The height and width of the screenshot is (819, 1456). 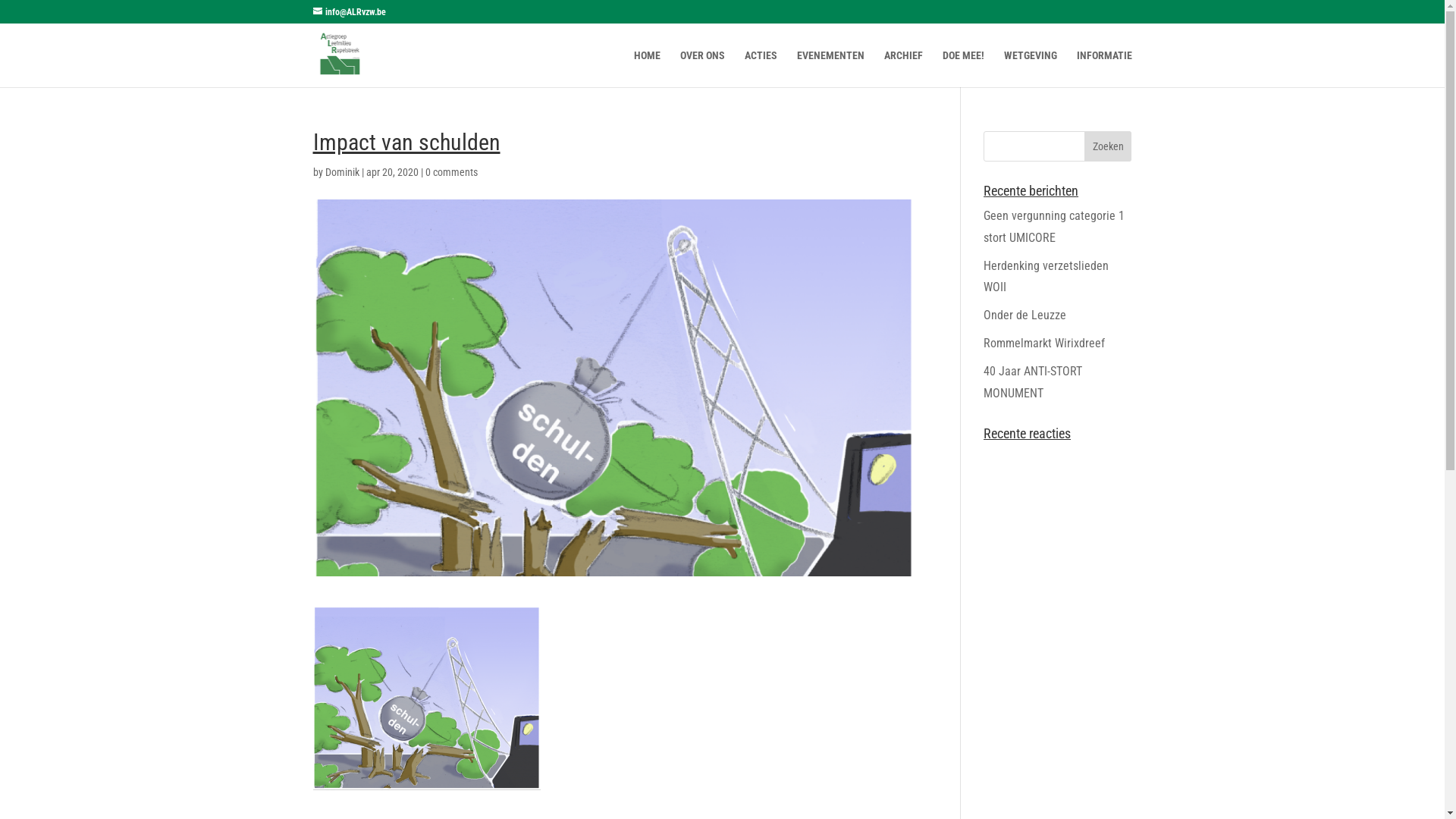 I want to click on 'EVENEMENTEN', so click(x=829, y=68).